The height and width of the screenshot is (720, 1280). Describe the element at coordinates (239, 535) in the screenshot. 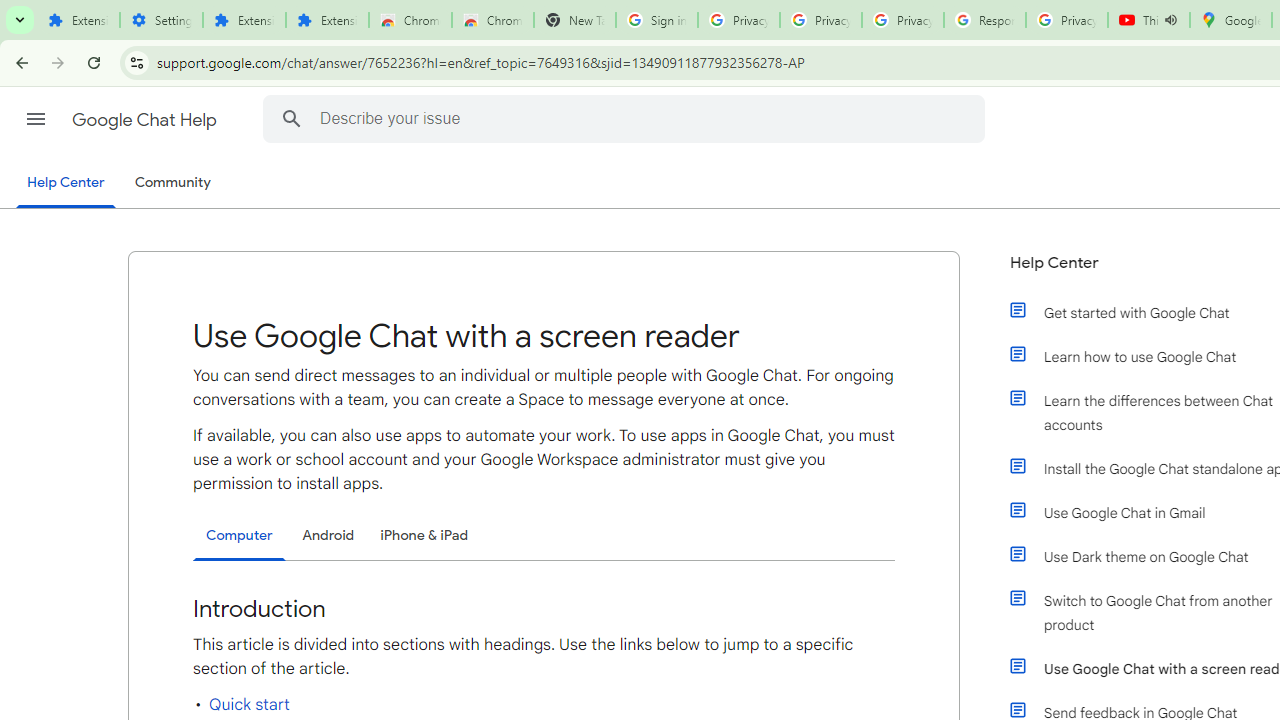

I see `'Computer'` at that location.